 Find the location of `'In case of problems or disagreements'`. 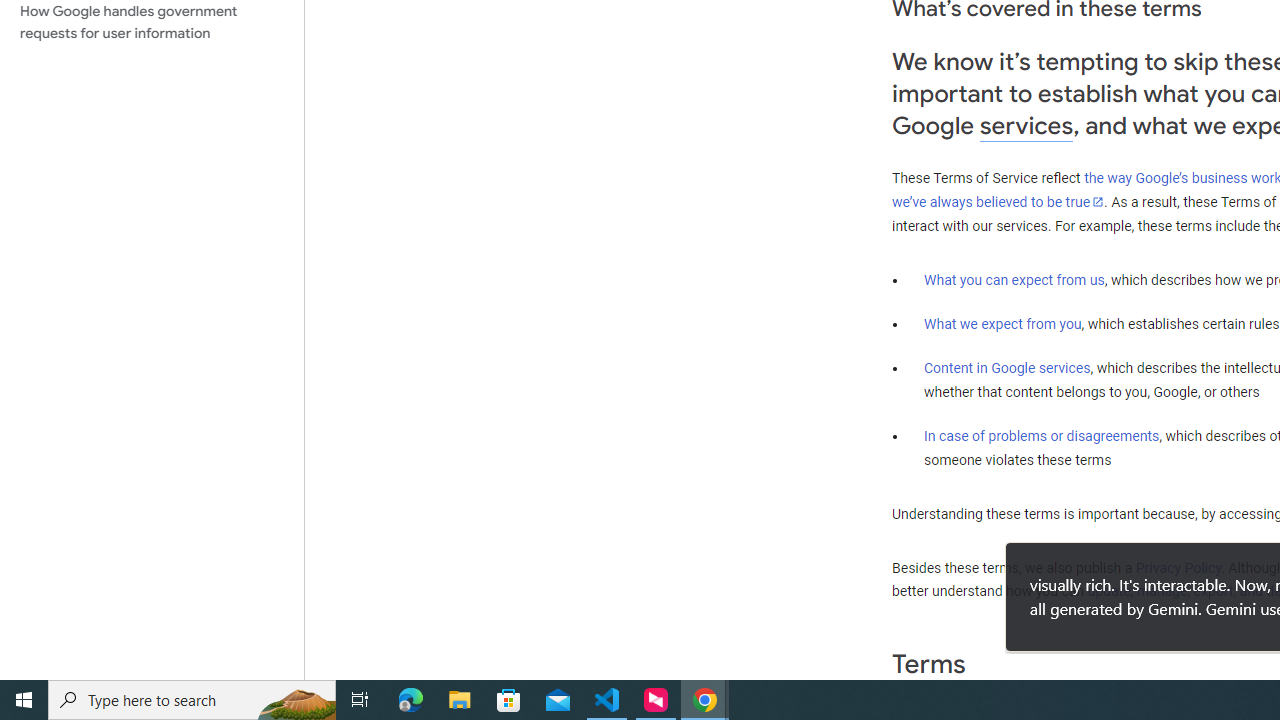

'In case of problems or disagreements' is located at coordinates (1040, 434).